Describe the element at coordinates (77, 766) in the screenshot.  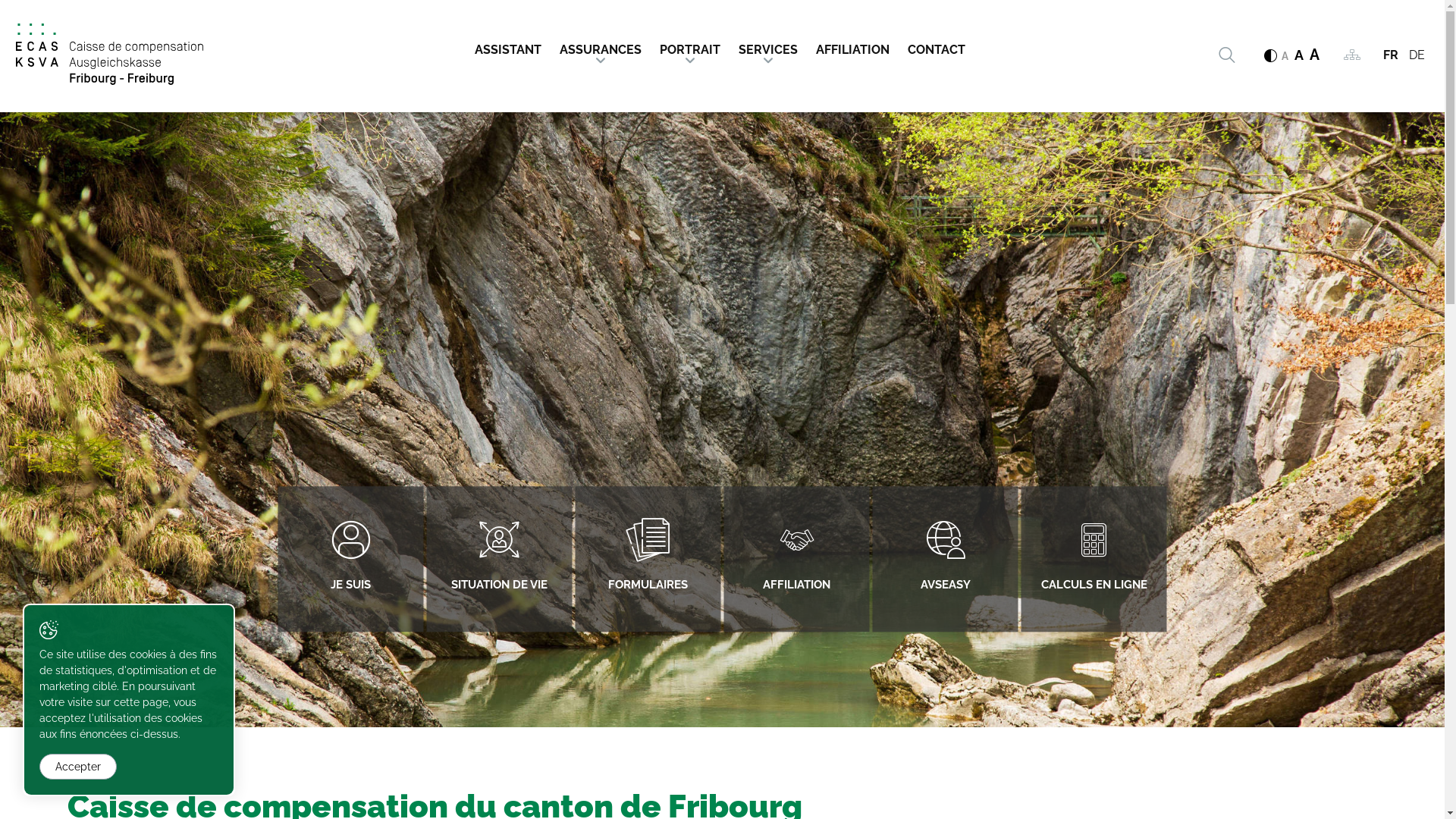
I see `'Accepter'` at that location.